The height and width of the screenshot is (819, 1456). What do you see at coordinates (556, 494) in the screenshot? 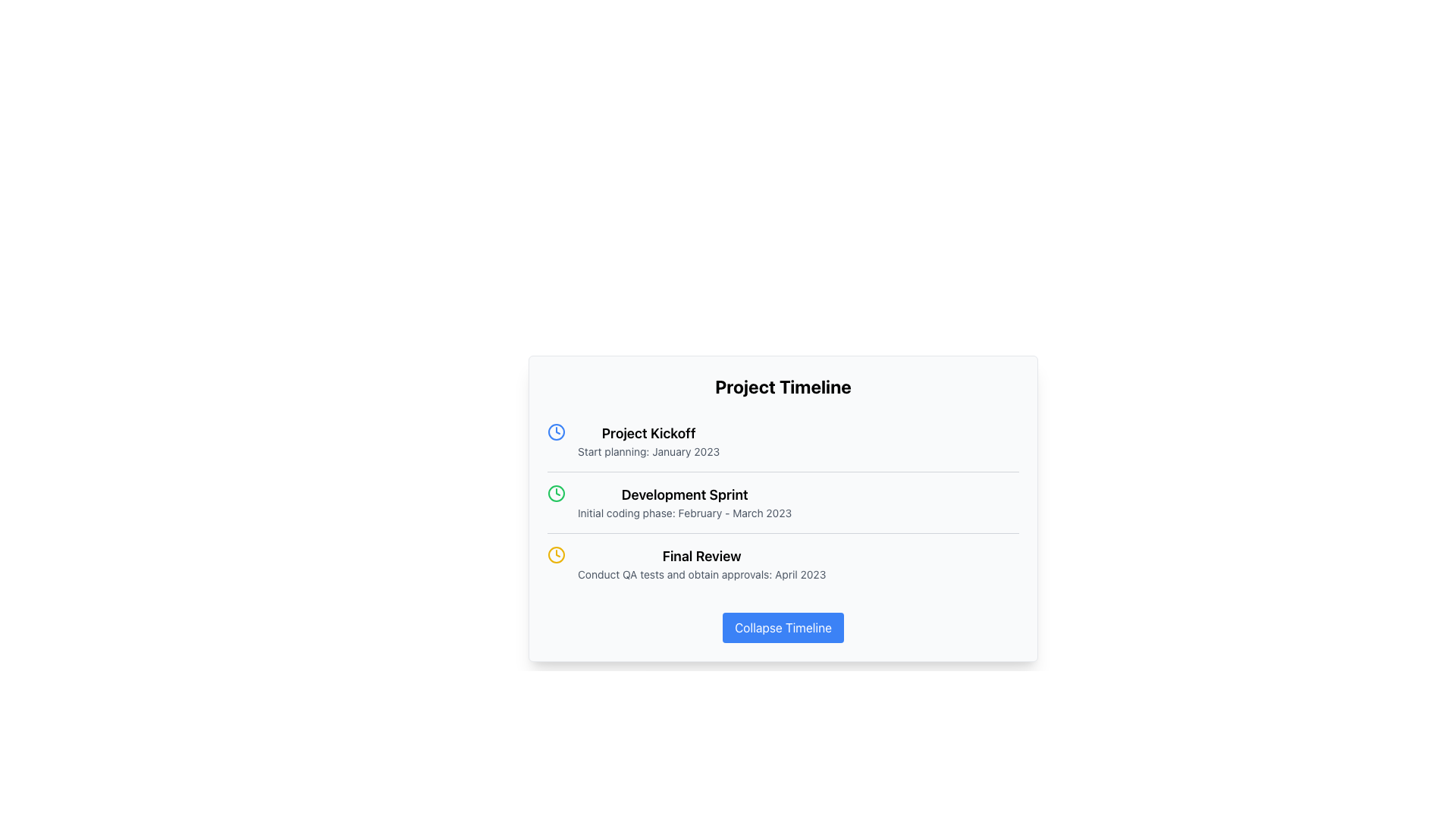
I see `the informative time or schedule icon located to the extreme left of the 'Development Sprint' text within the project timeline` at bounding box center [556, 494].